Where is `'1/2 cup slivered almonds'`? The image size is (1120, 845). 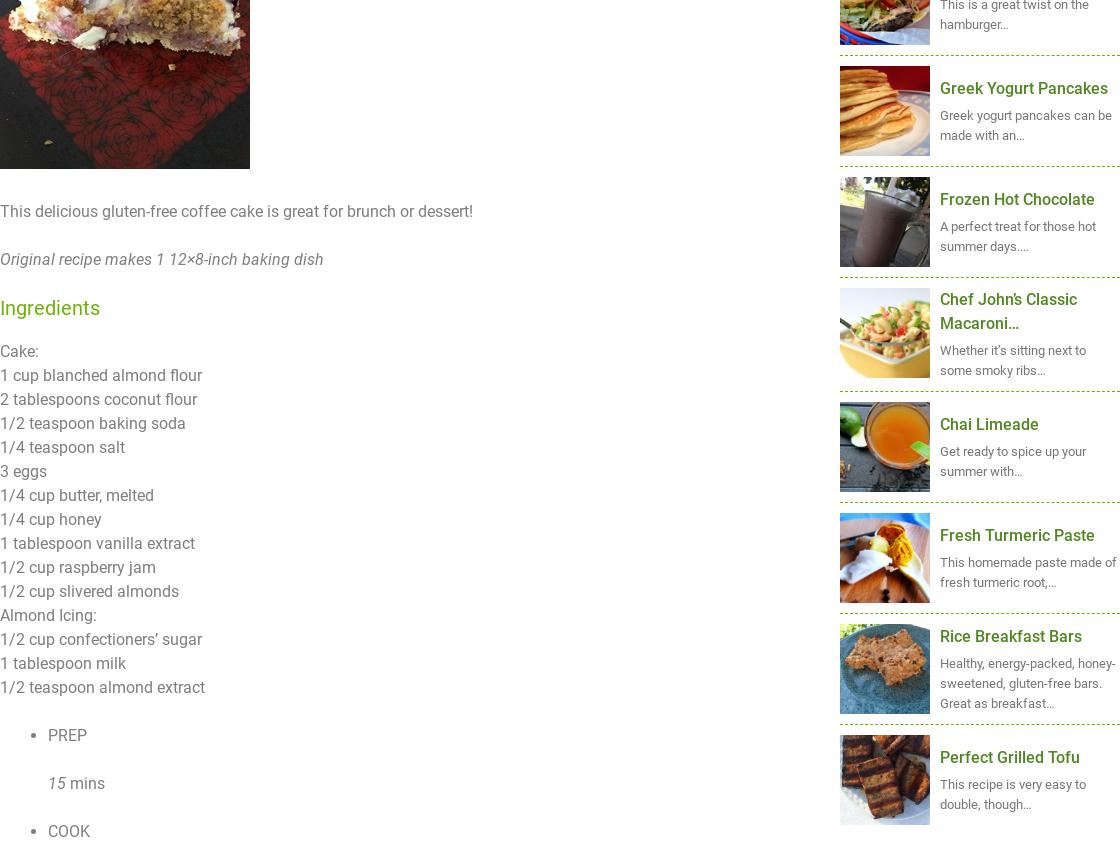
'1/2 cup slivered almonds' is located at coordinates (89, 590).